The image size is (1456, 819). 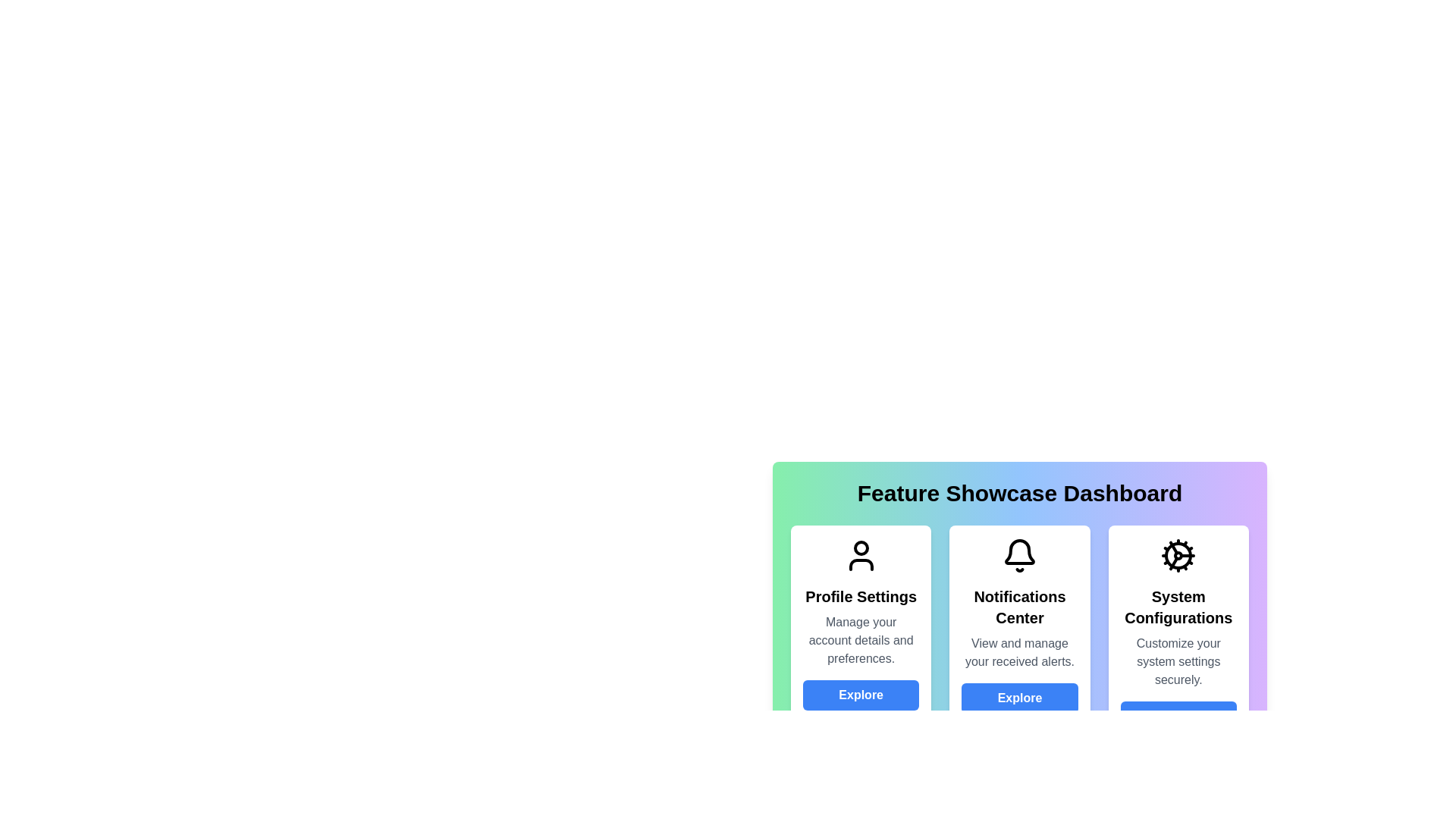 I want to click on text label that says 'Notifications Center', which is styled with a larger font size and bold weight, and is positioned centrally below a bell icon, so click(x=1019, y=607).